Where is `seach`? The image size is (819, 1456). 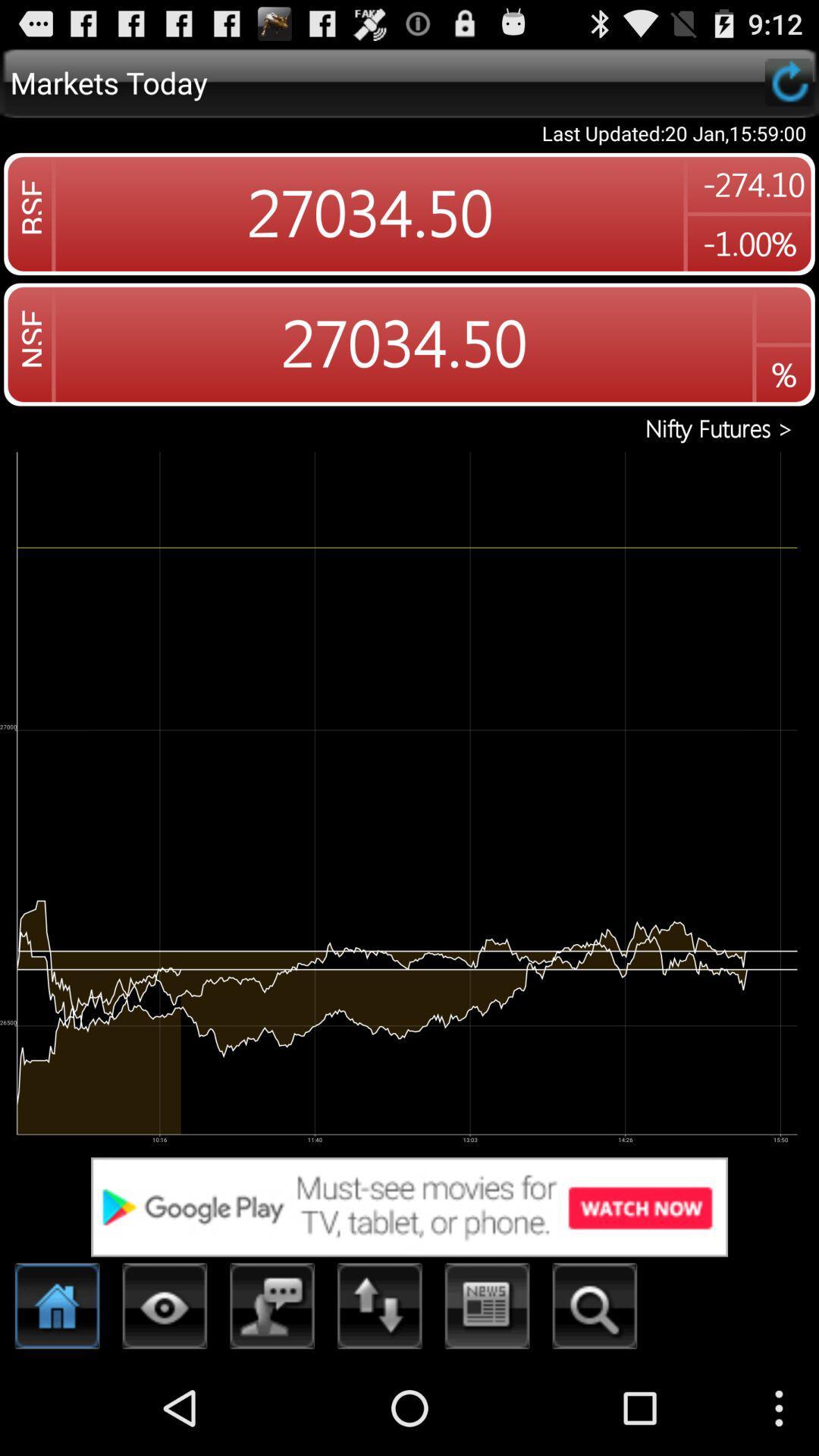 seach is located at coordinates (594, 1310).